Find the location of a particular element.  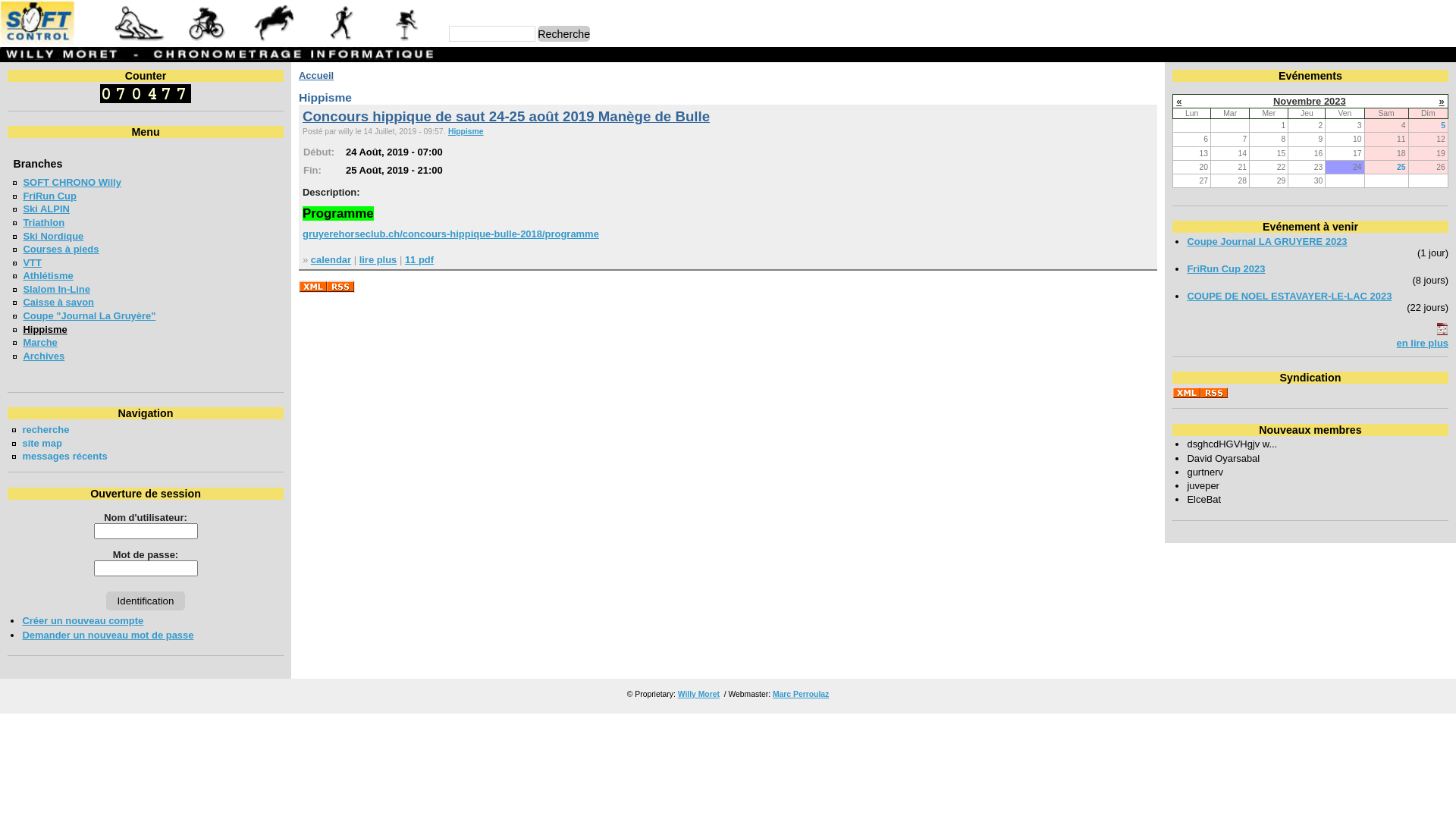

'Willy Moret' is located at coordinates (676, 694).